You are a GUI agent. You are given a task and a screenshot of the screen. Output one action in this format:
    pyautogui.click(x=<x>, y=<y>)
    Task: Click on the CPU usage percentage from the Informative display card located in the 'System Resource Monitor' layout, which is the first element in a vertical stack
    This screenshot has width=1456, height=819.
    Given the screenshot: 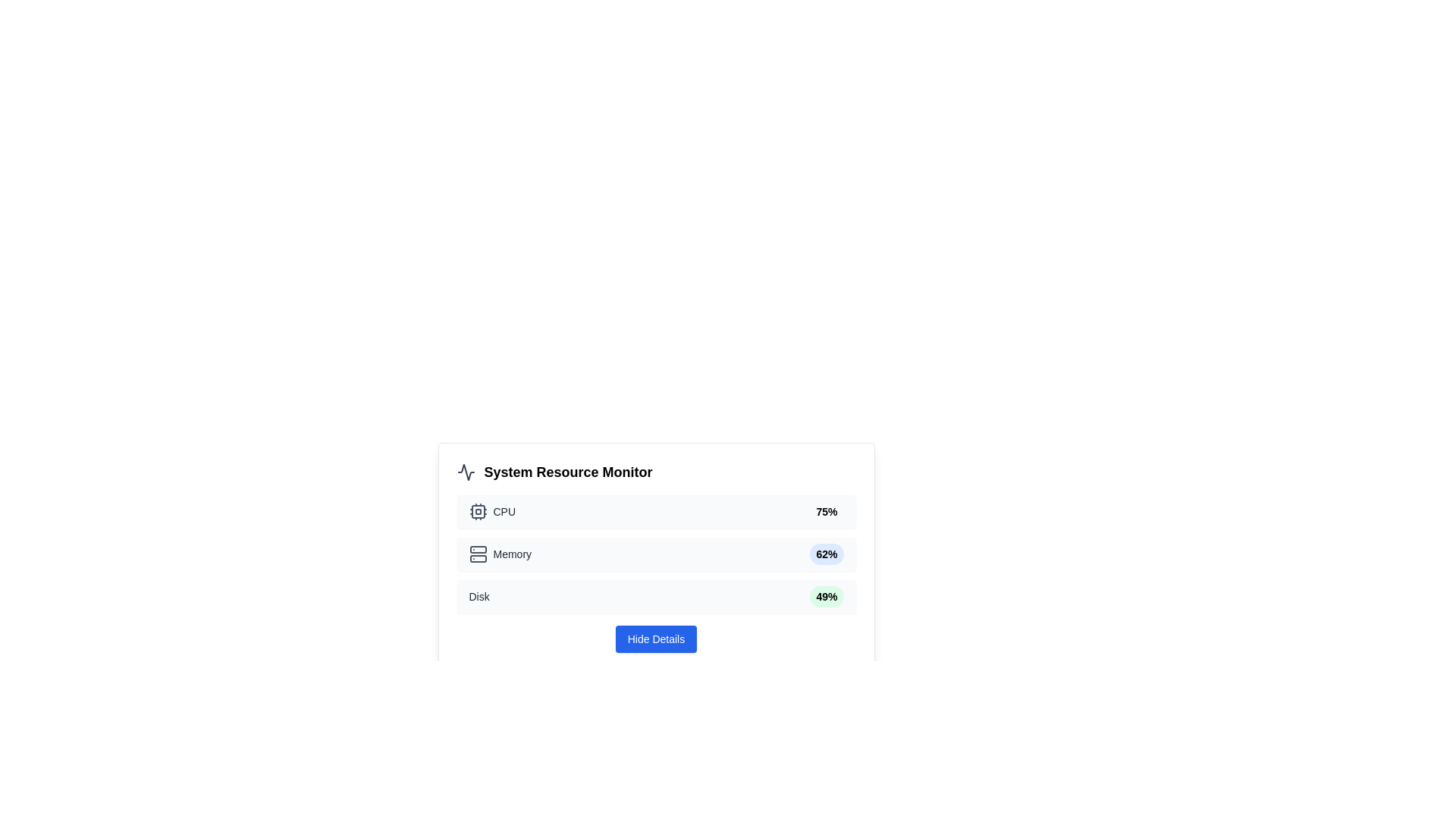 What is the action you would take?
    pyautogui.click(x=656, y=512)
    